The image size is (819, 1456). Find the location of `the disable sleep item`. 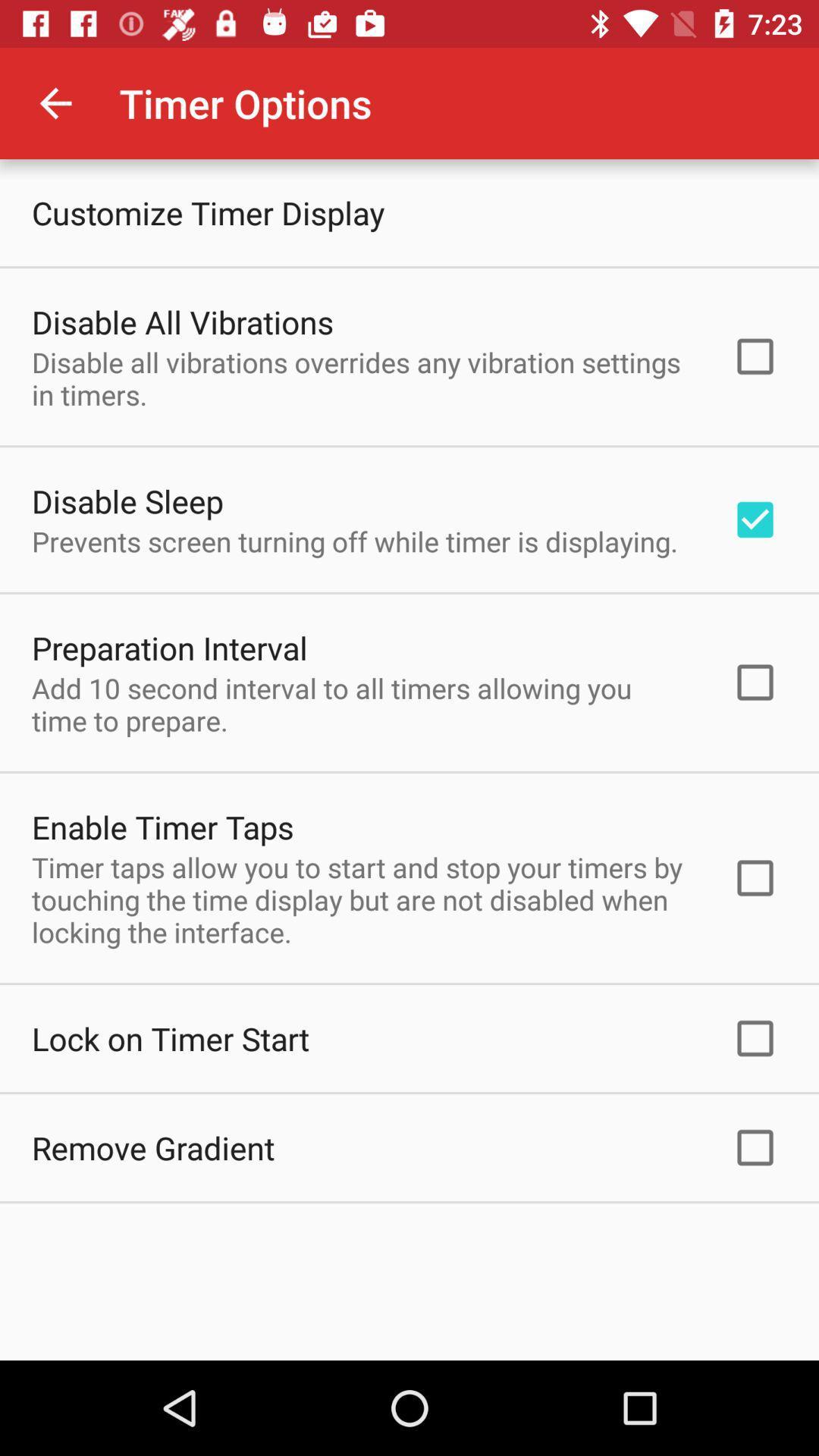

the disable sleep item is located at coordinates (127, 500).